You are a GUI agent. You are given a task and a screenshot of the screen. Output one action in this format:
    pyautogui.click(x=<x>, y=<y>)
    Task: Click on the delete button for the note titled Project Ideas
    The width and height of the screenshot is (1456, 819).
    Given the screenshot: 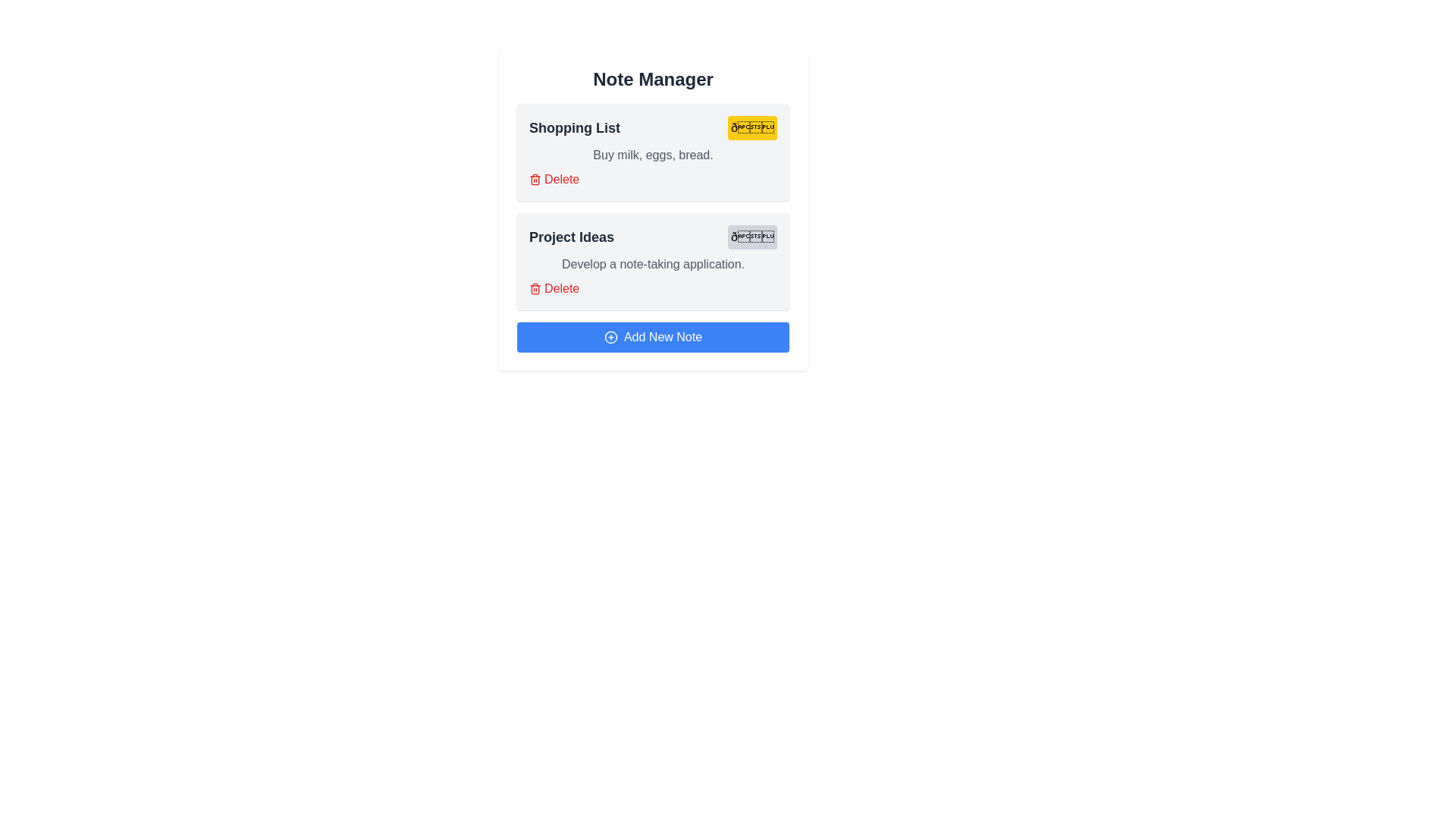 What is the action you would take?
    pyautogui.click(x=554, y=289)
    